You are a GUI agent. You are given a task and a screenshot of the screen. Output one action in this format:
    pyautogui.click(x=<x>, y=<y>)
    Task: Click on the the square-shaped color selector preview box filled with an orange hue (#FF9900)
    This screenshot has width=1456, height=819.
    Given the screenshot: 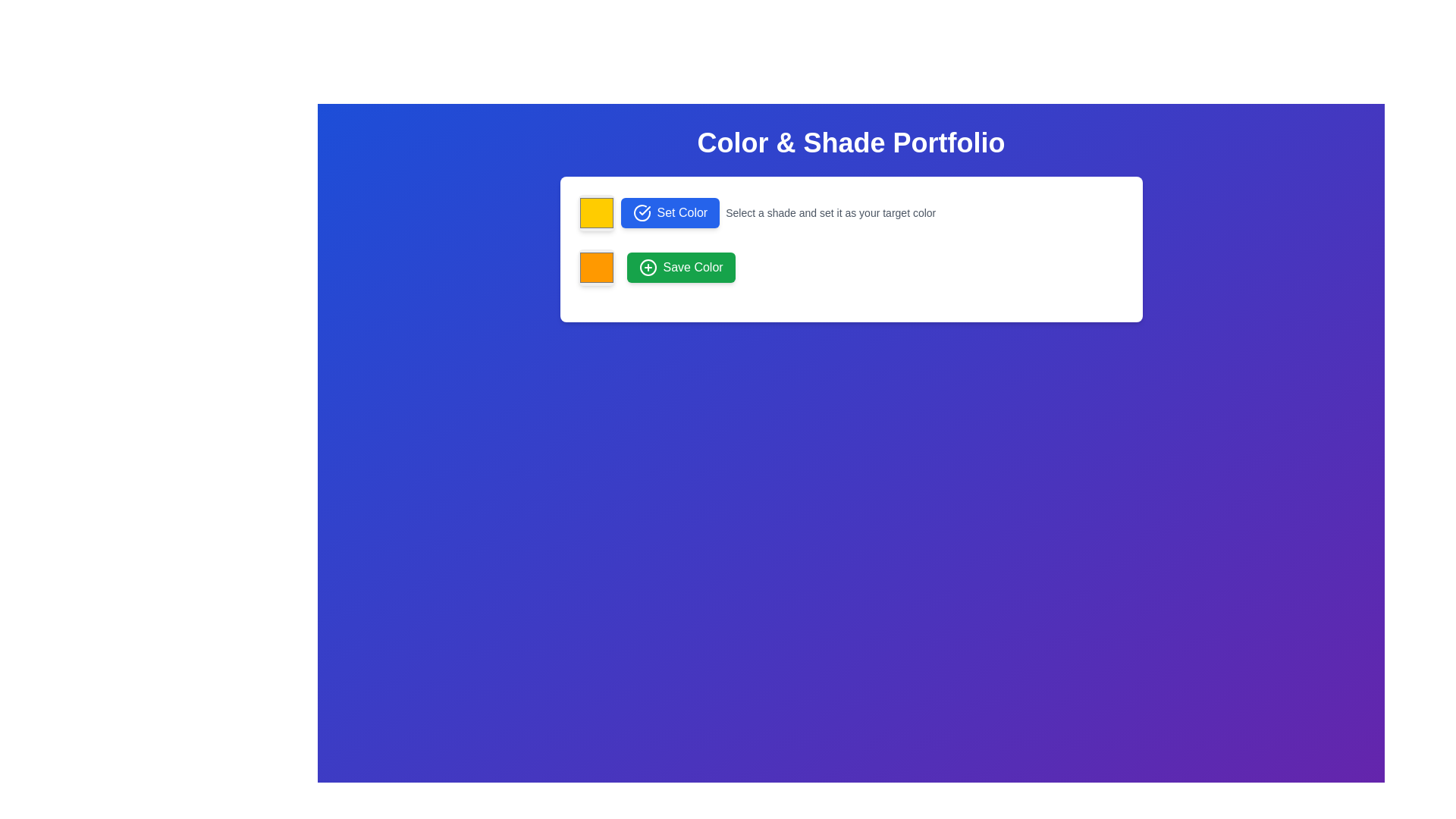 What is the action you would take?
    pyautogui.click(x=595, y=267)
    